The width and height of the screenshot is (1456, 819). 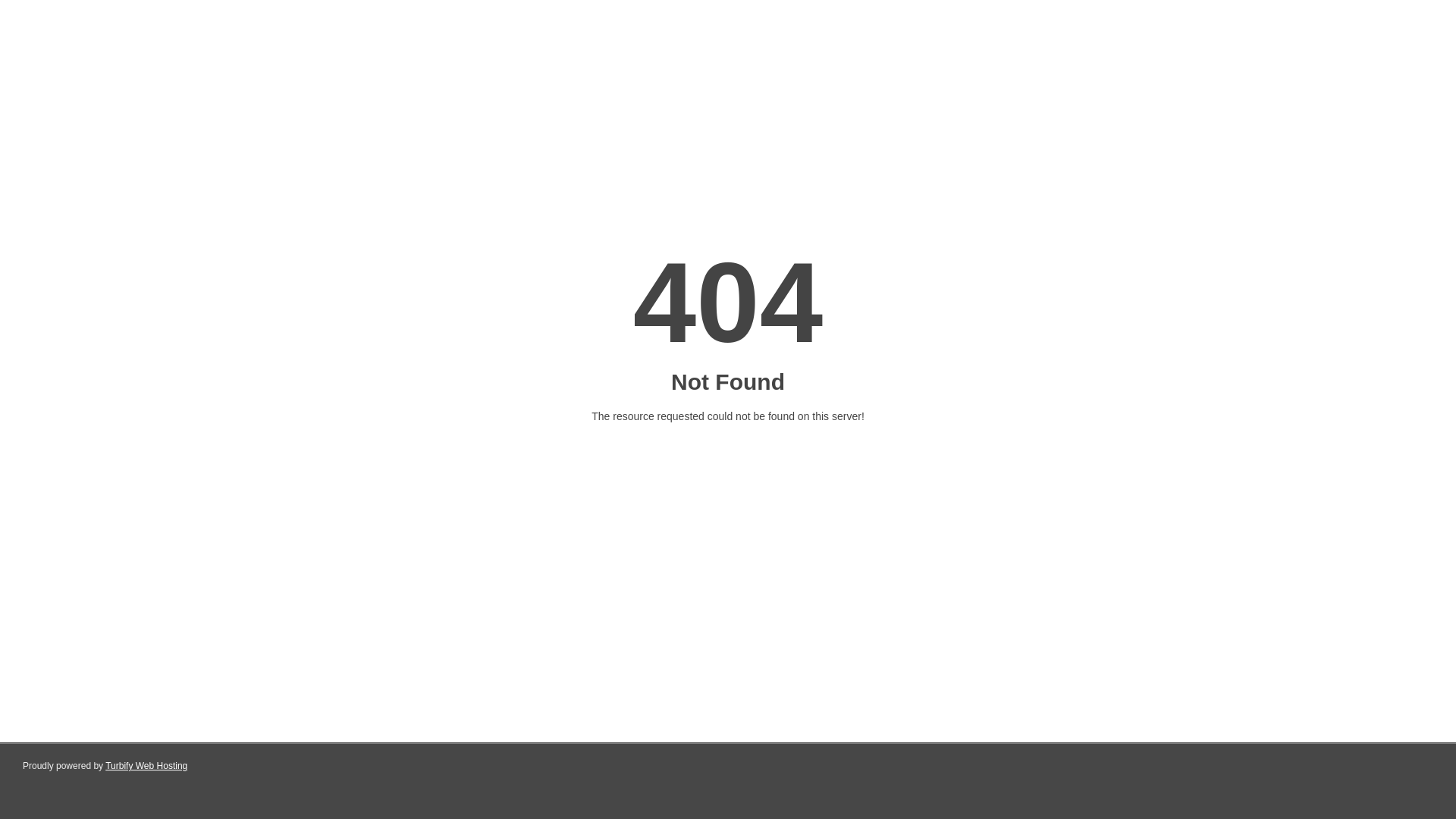 I want to click on 'Turbify Web Hosting', so click(x=105, y=766).